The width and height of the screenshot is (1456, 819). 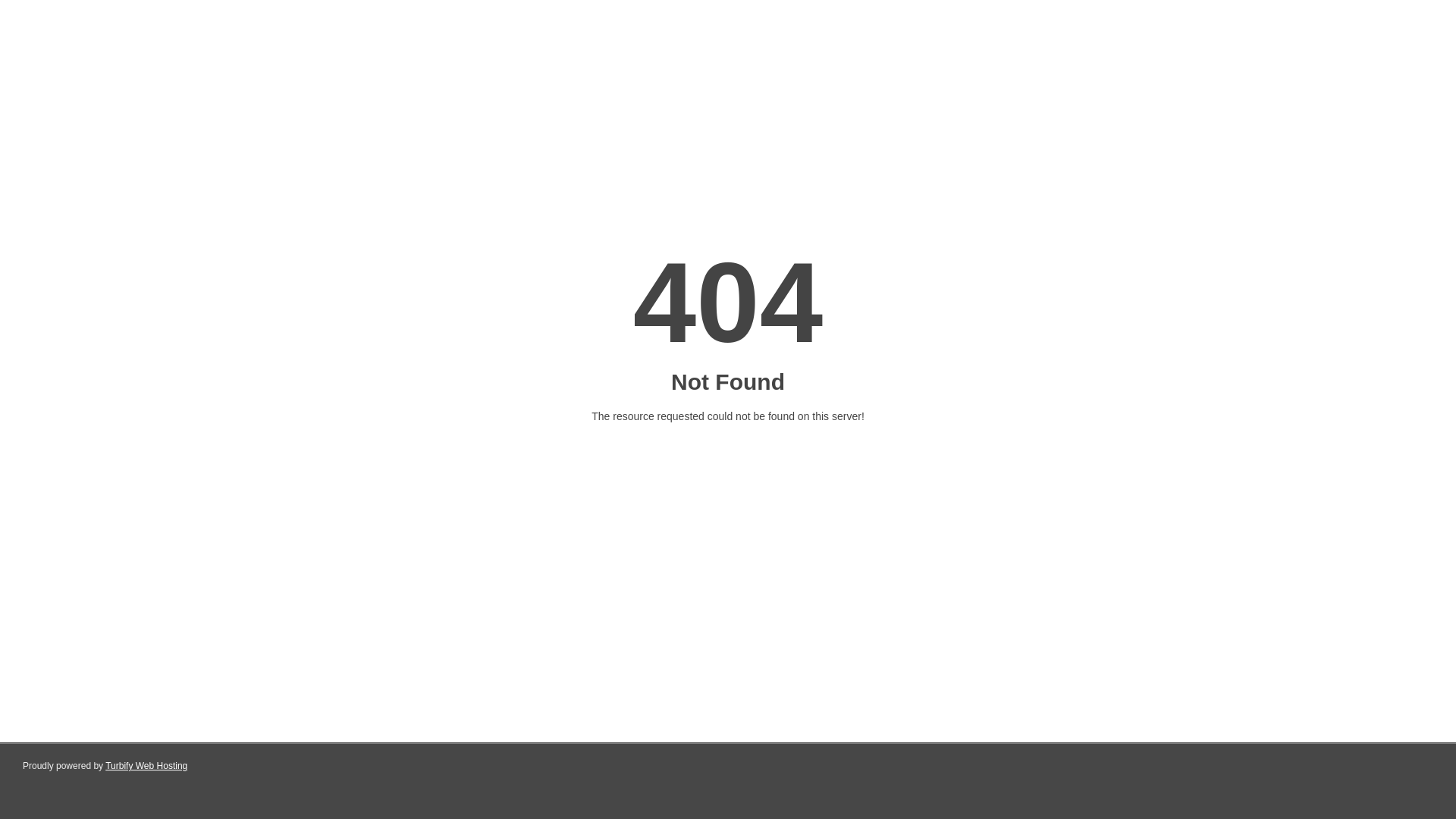 I want to click on 'Turbify Web Hosting', so click(x=105, y=766).